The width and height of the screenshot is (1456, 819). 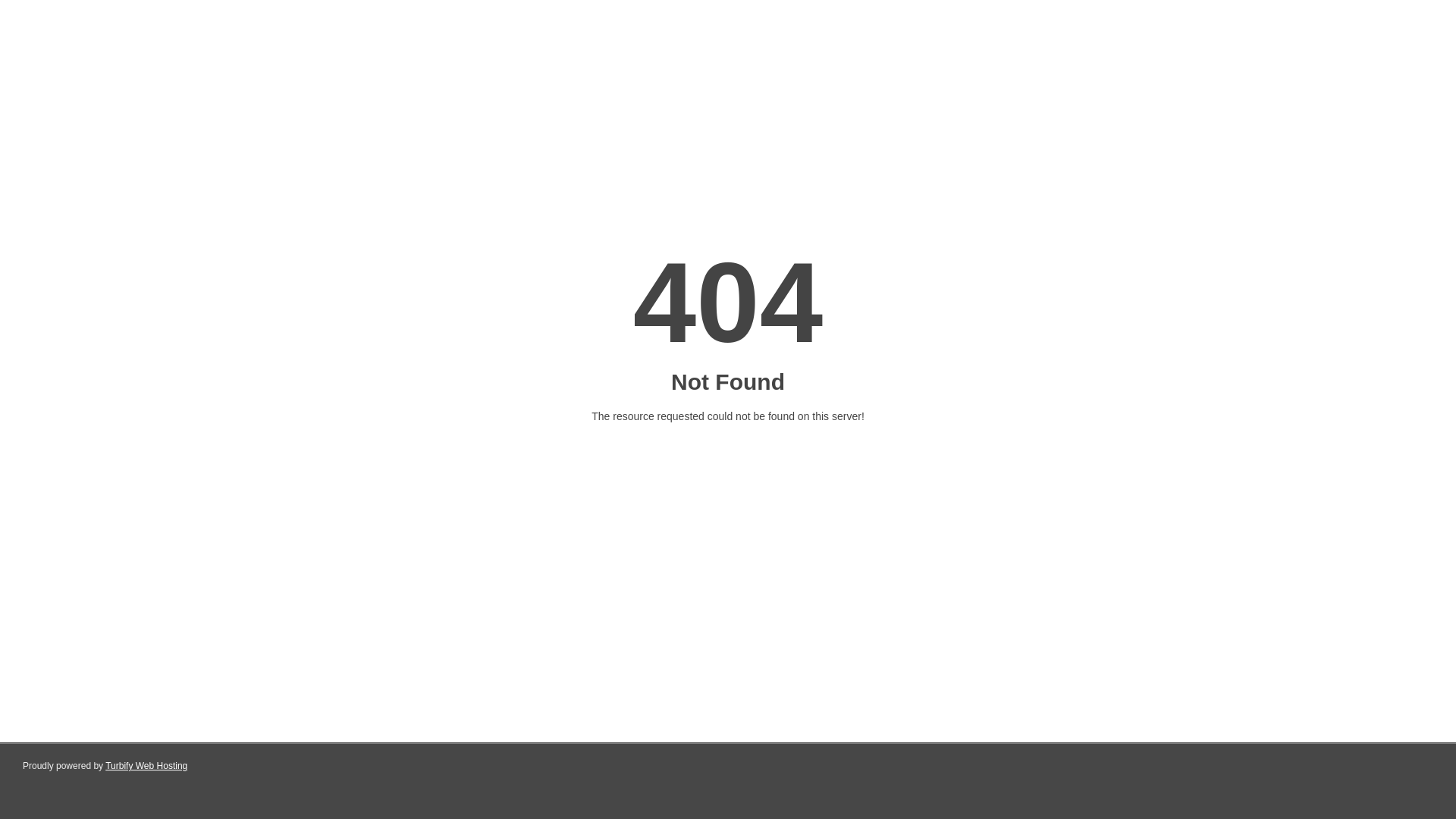 I want to click on 'Turbify Web Hosting', so click(x=105, y=766).